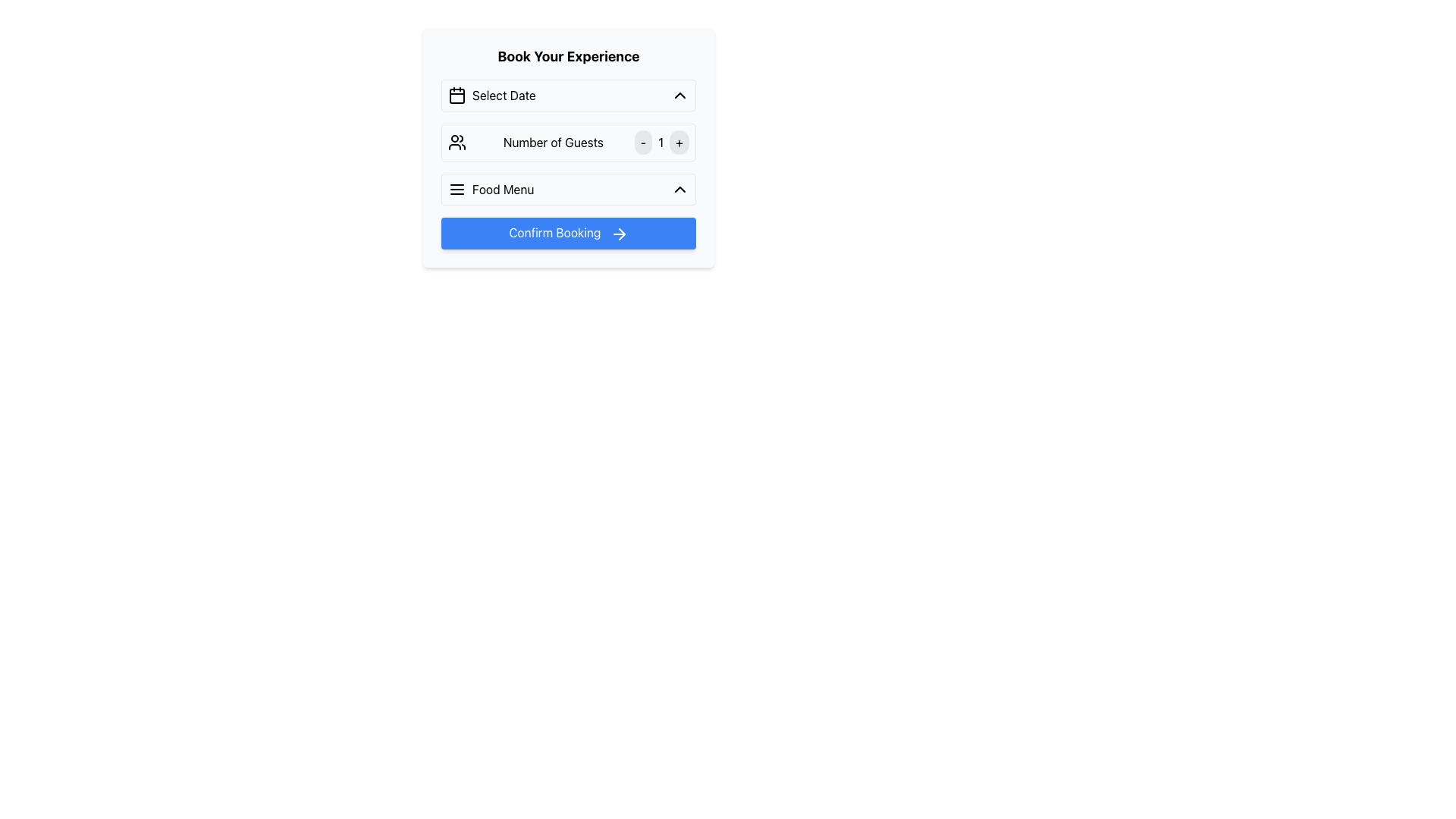  I want to click on the rightward arrow icon with a blue background located on the right end of the 'Confirm Booking' button, so click(619, 234).